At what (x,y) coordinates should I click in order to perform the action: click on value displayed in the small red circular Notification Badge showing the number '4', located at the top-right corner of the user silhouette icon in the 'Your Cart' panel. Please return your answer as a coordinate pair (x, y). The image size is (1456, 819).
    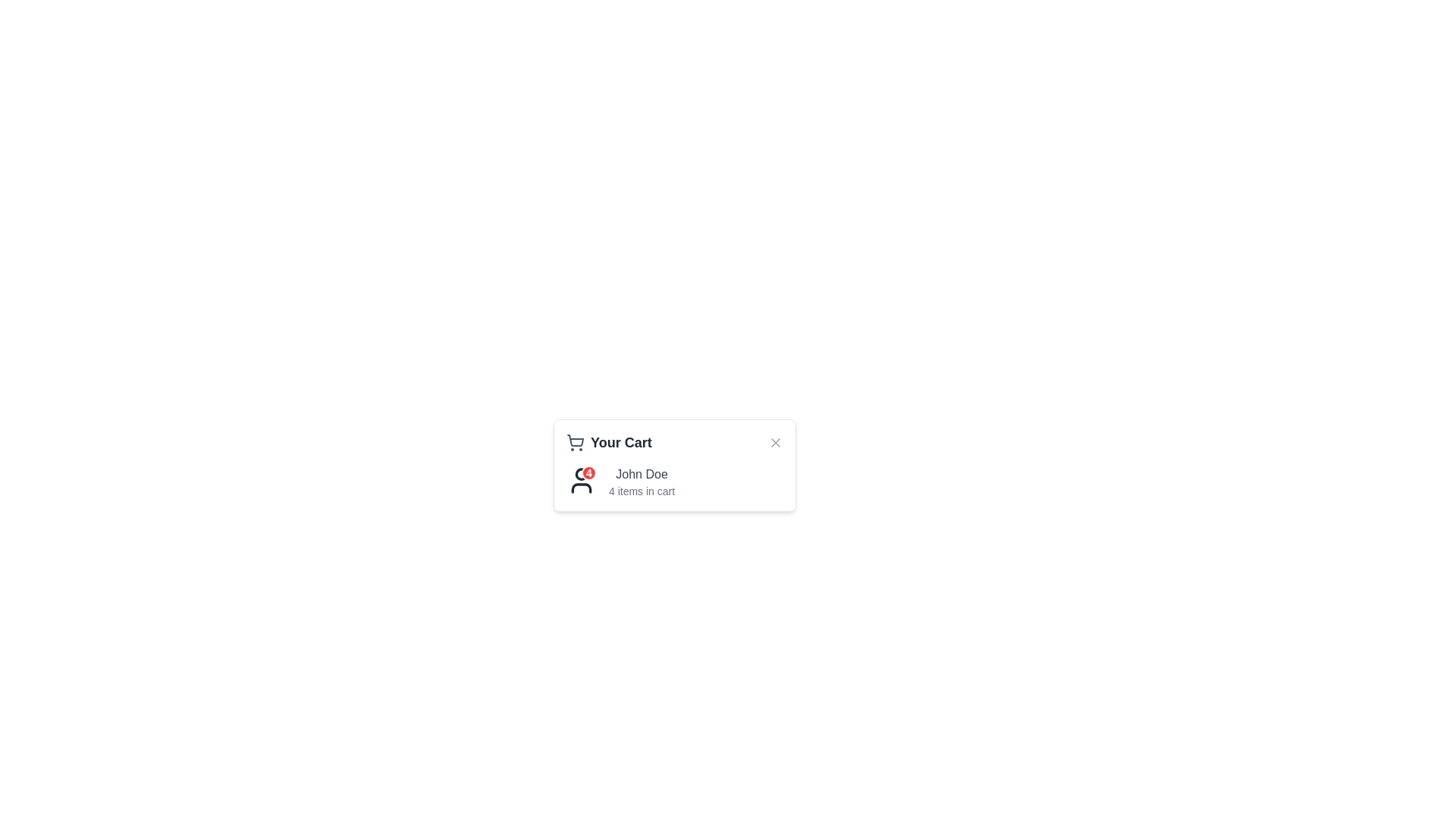
    Looking at the image, I should click on (581, 480).